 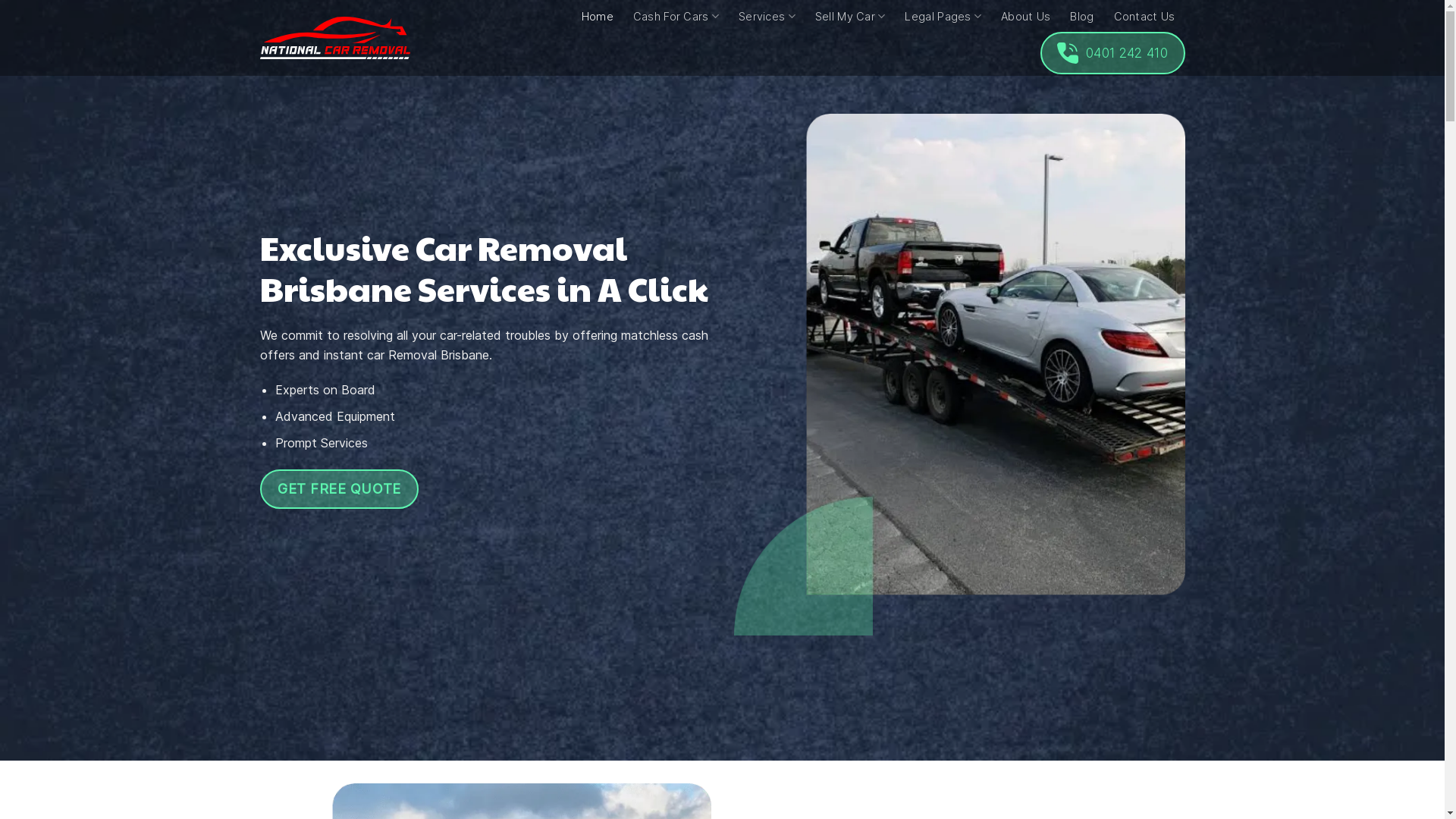 I want to click on 'Services', so click(x=739, y=16).